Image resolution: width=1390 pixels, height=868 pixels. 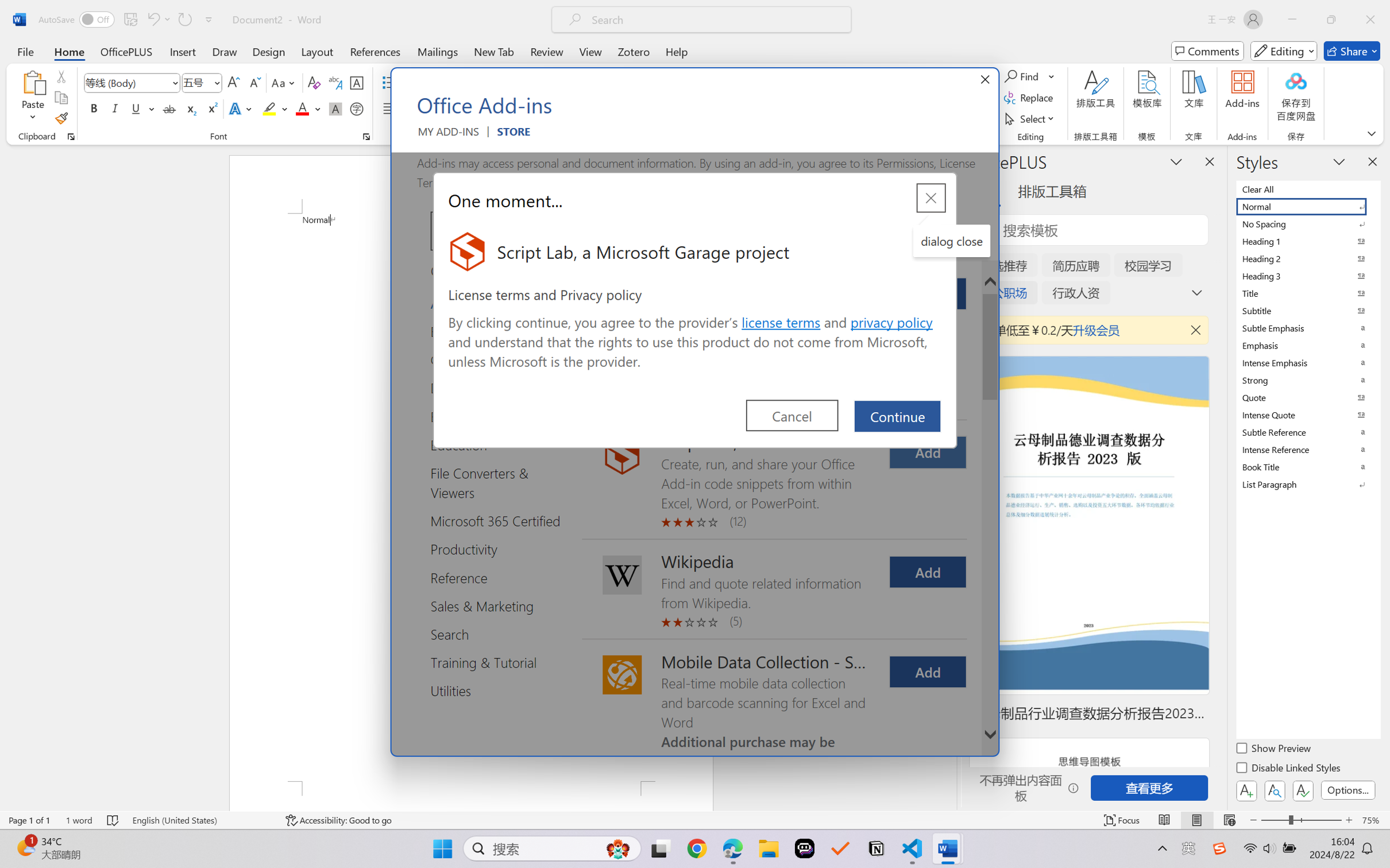 I want to click on 'Font Color', so click(x=308, y=108).